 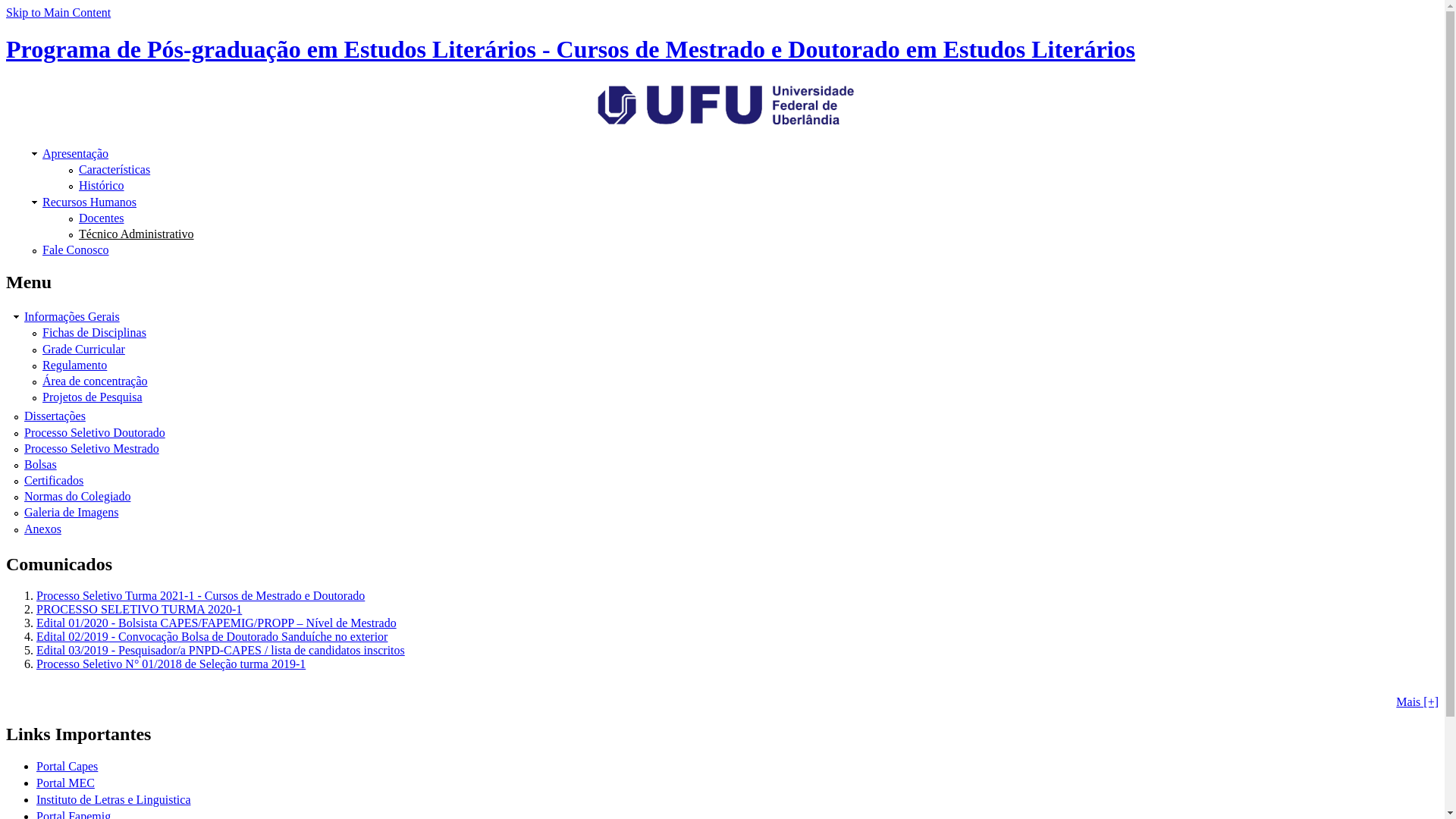 I want to click on 'Docentes', so click(x=101, y=218).